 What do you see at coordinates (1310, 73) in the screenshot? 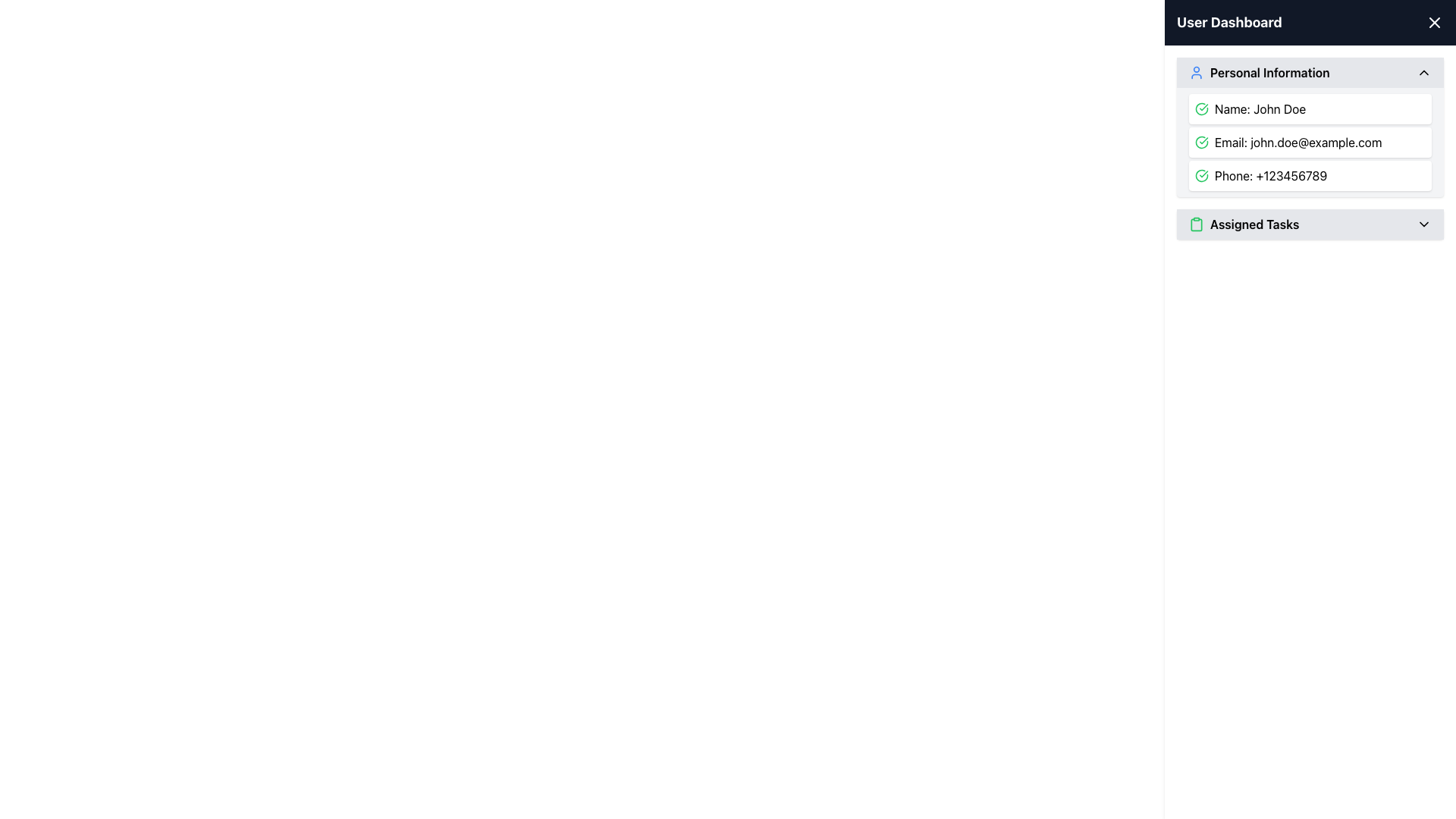
I see `the Collapsible Section Header at the top of the user dashboard` at bounding box center [1310, 73].